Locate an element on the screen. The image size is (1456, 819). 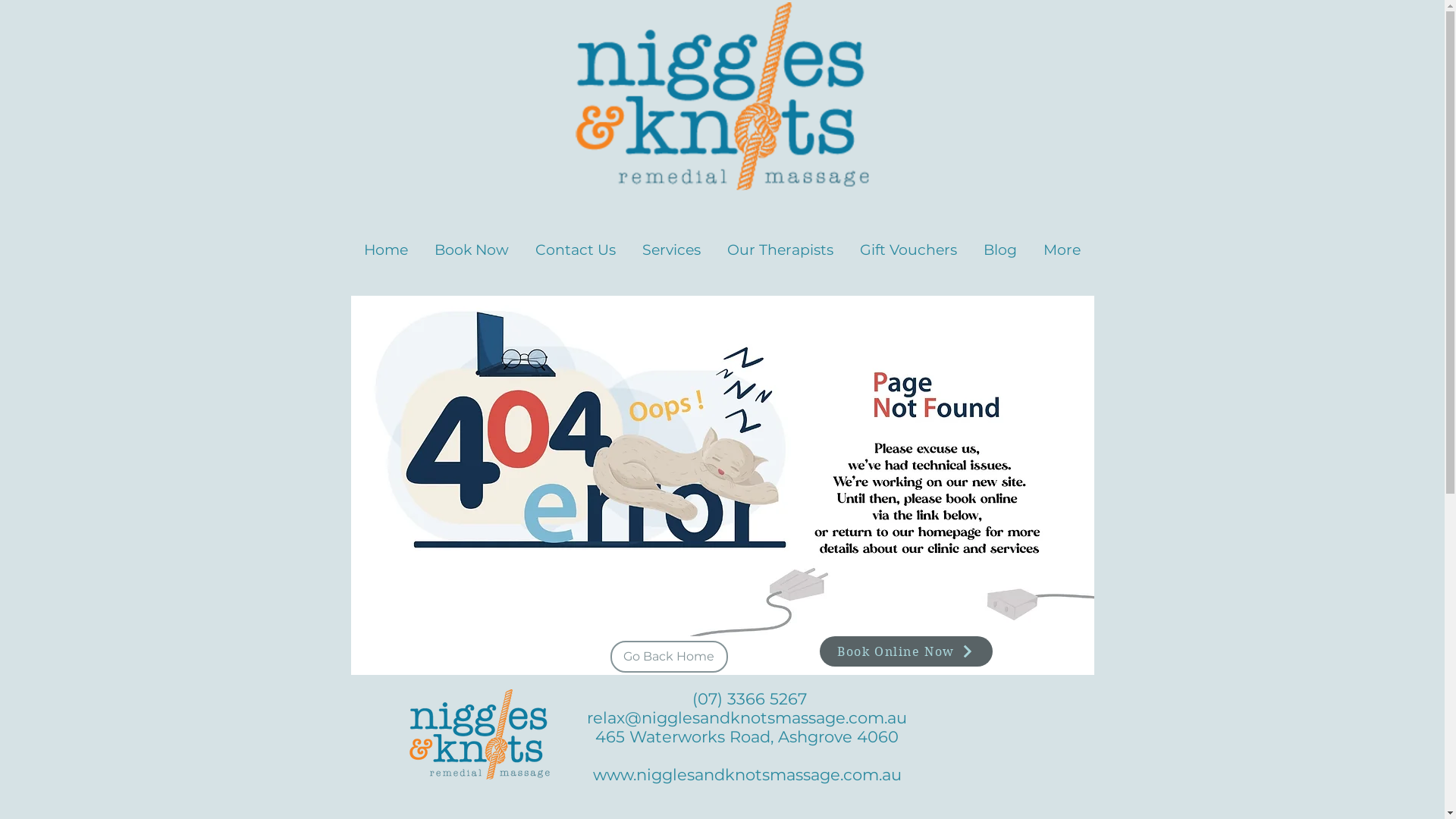
'Contact Us' is located at coordinates (574, 242).